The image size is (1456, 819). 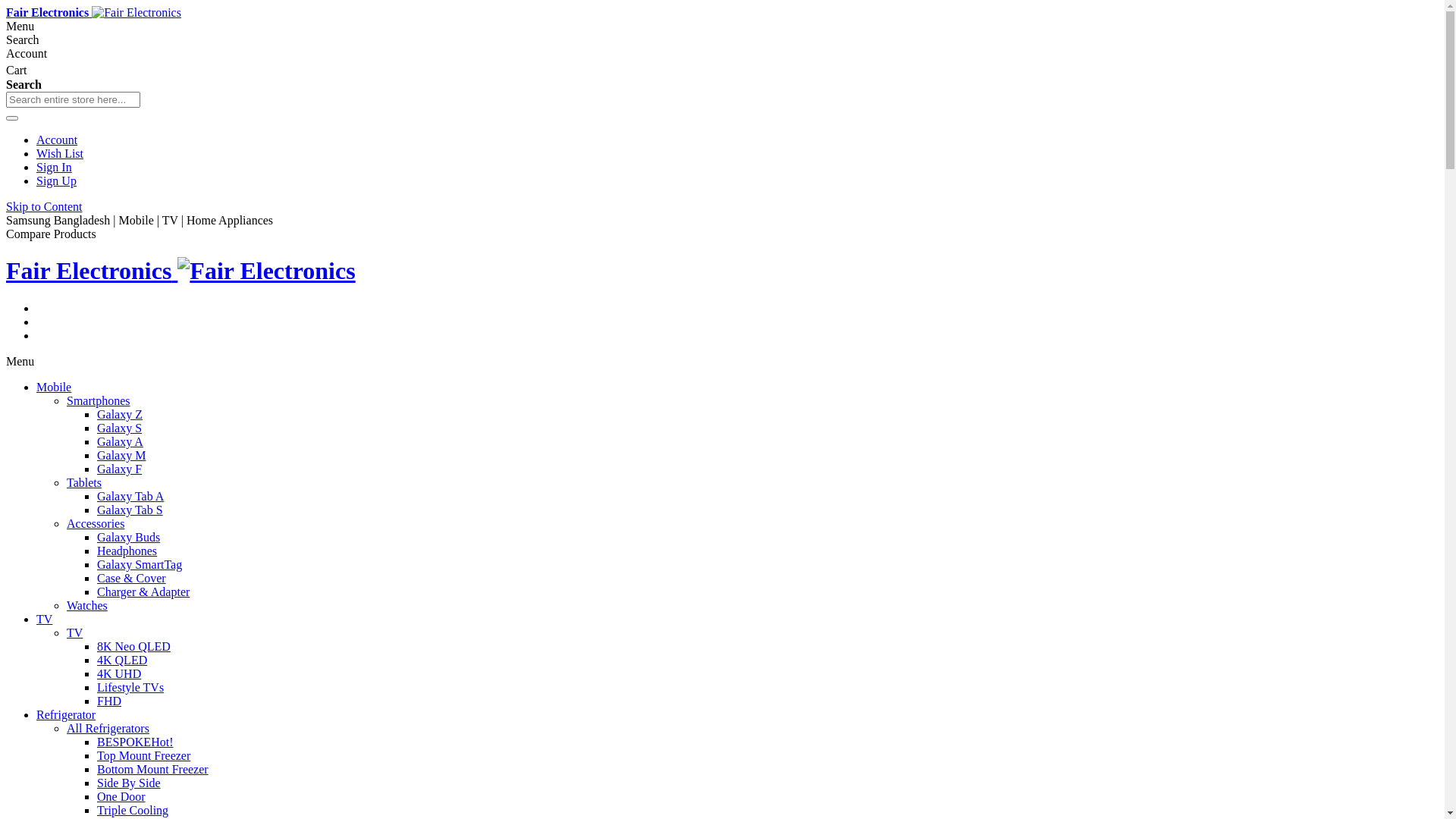 What do you see at coordinates (83, 482) in the screenshot?
I see `'Tablets'` at bounding box center [83, 482].